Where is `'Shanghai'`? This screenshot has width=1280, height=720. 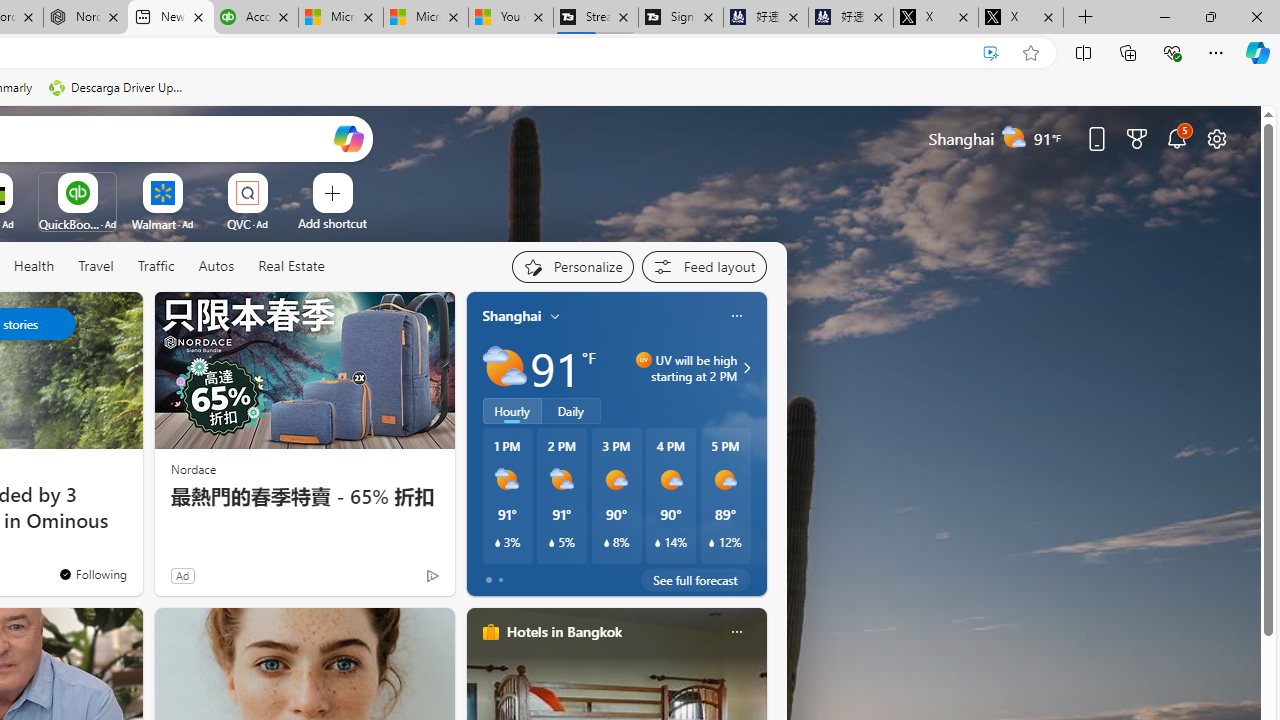 'Shanghai' is located at coordinates (512, 315).